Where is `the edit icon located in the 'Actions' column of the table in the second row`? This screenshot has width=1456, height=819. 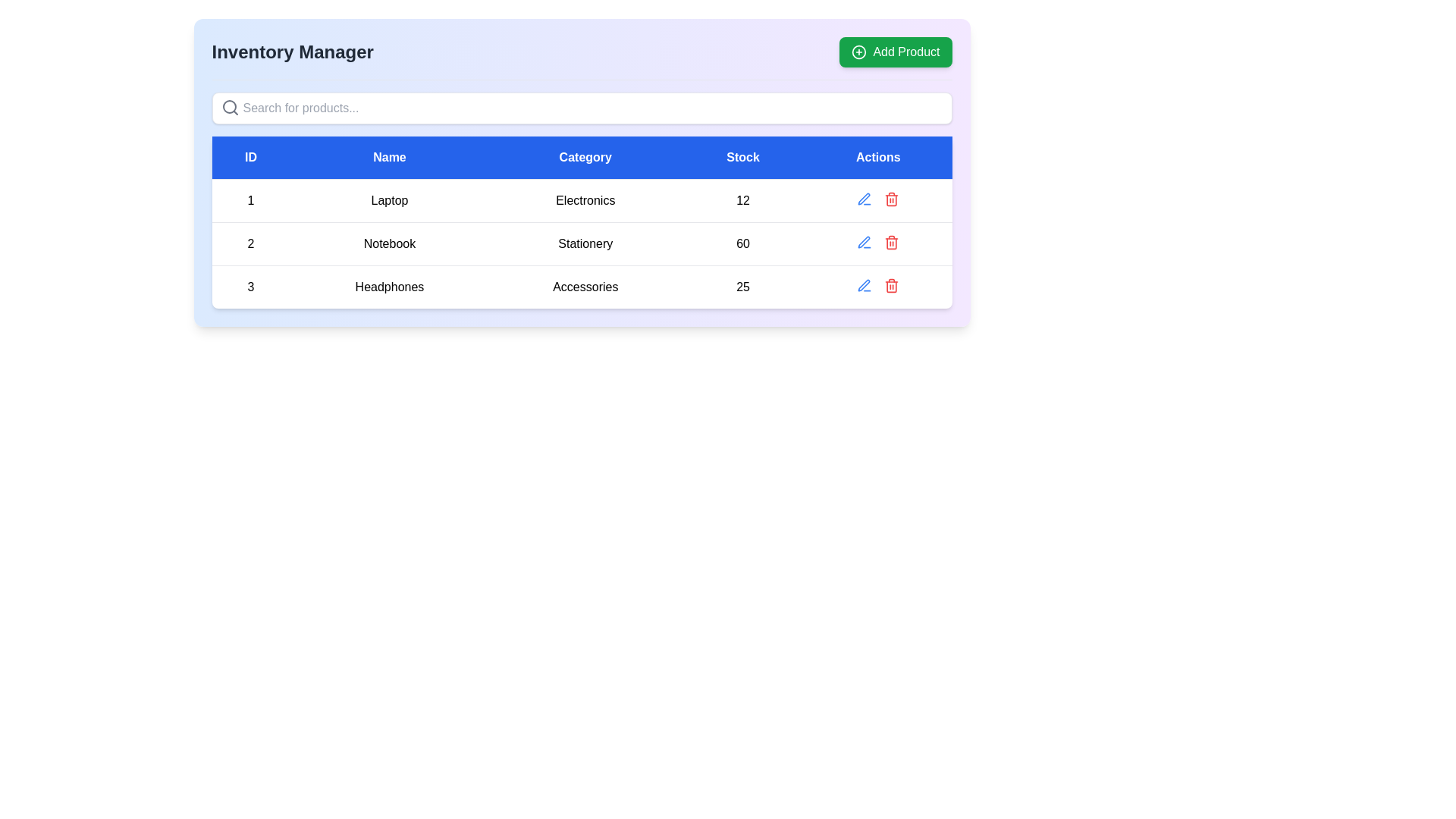 the edit icon located in the 'Actions' column of the table in the second row is located at coordinates (864, 198).